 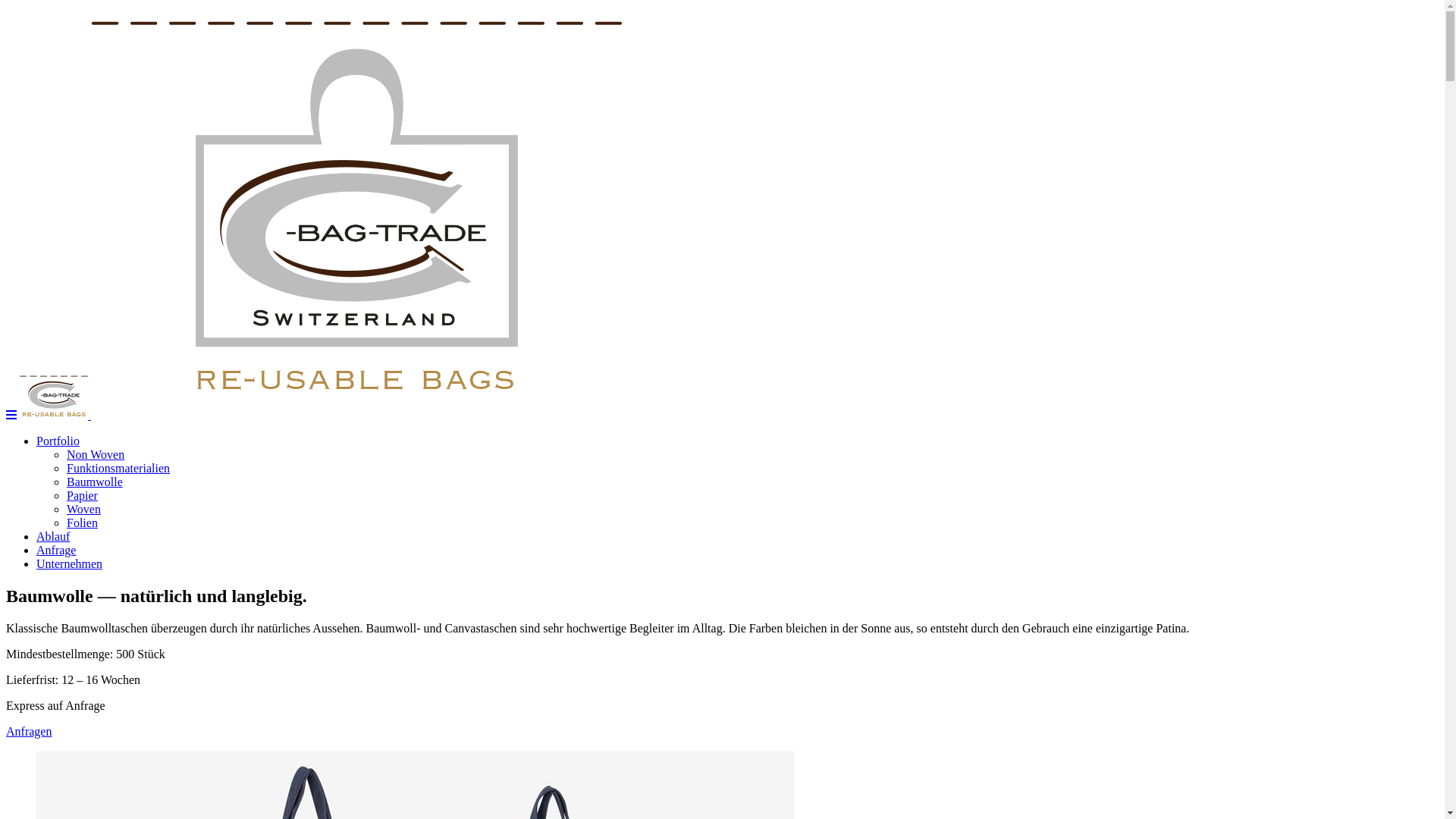 I want to click on 'Unternehmen', so click(x=68, y=563).